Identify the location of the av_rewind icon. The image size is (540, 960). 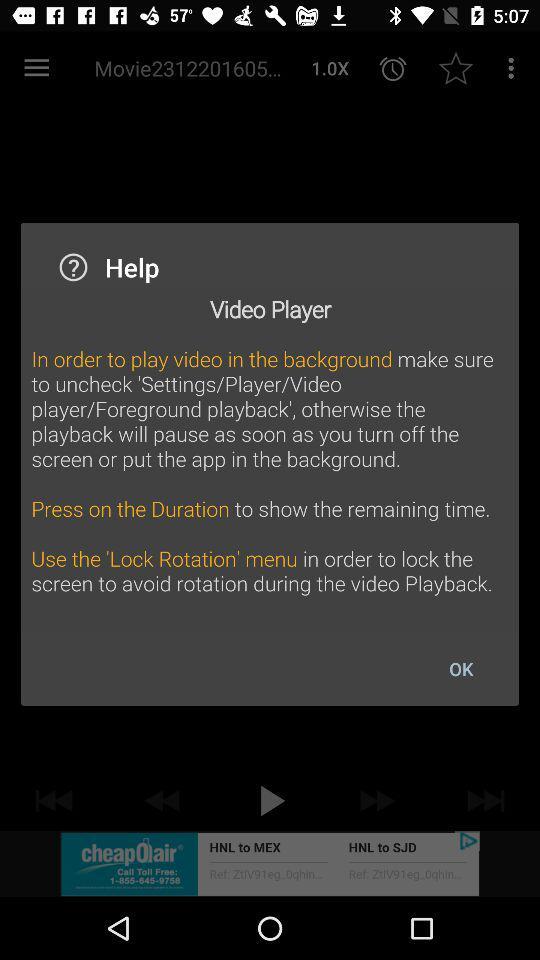
(161, 801).